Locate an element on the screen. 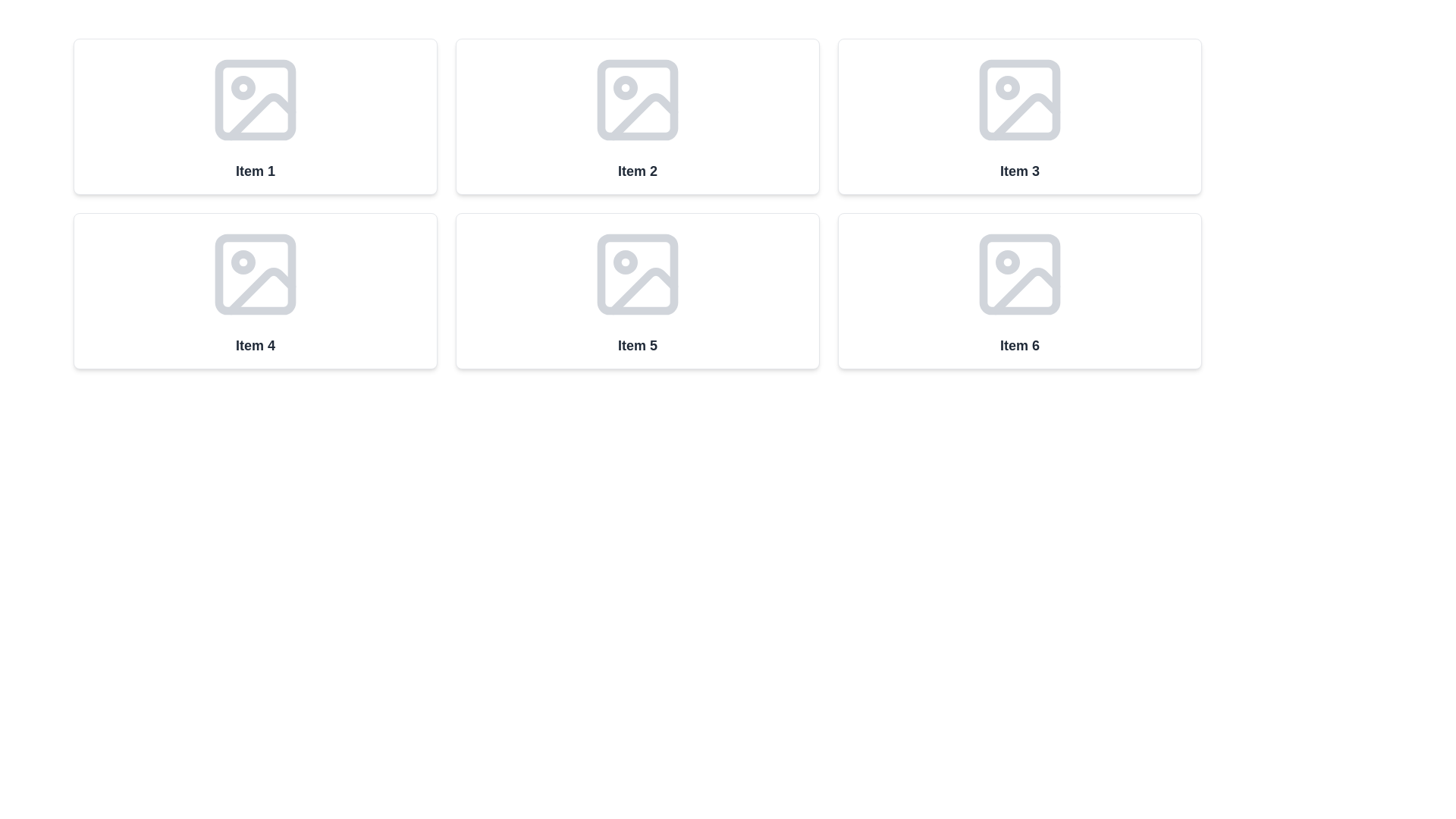  the decorative SVG rectangle located in the top-left thumbnail labeled 'Item 1' in the grid layout is located at coordinates (255, 99).